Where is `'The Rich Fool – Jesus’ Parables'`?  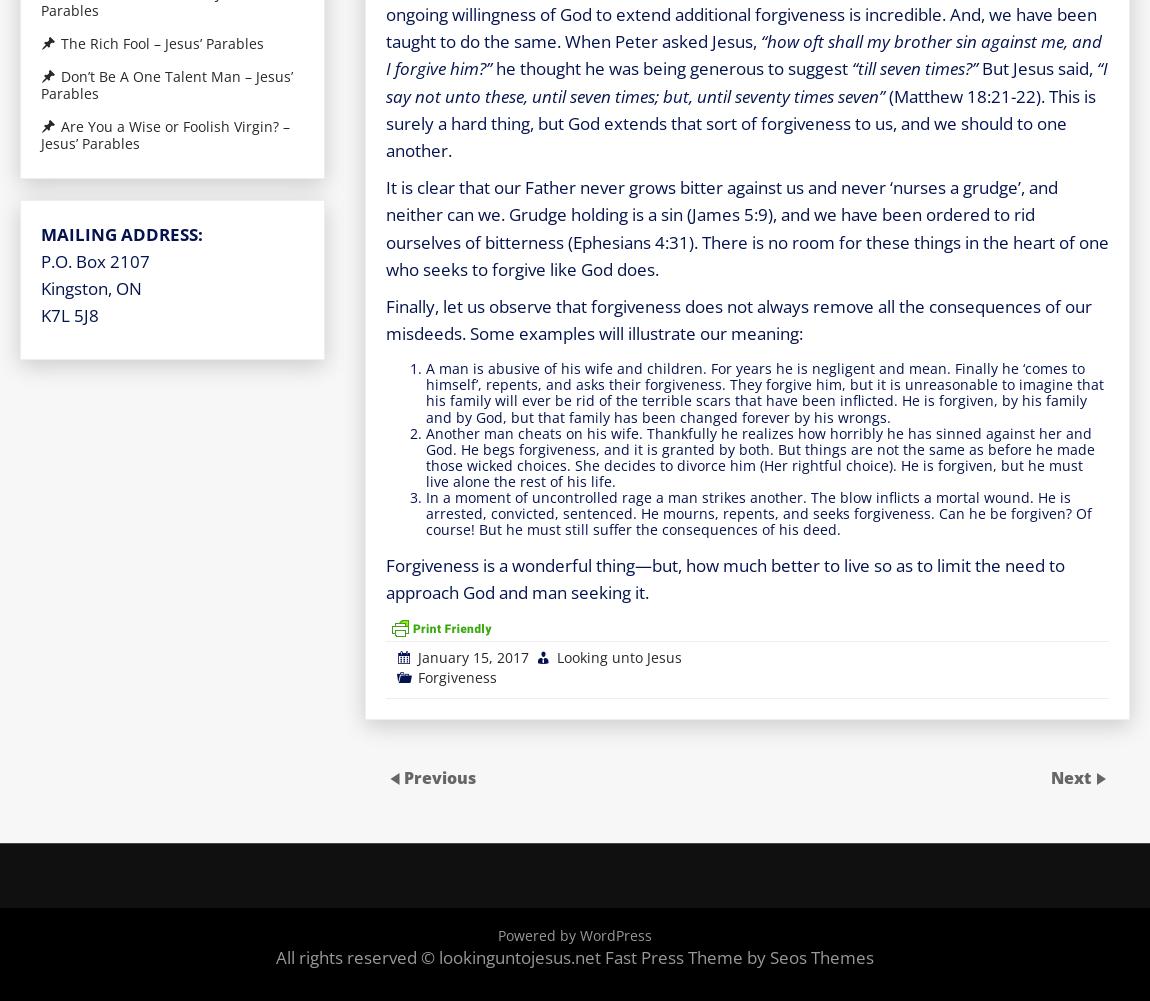
'The Rich Fool – Jesus’ Parables' is located at coordinates (59, 43).